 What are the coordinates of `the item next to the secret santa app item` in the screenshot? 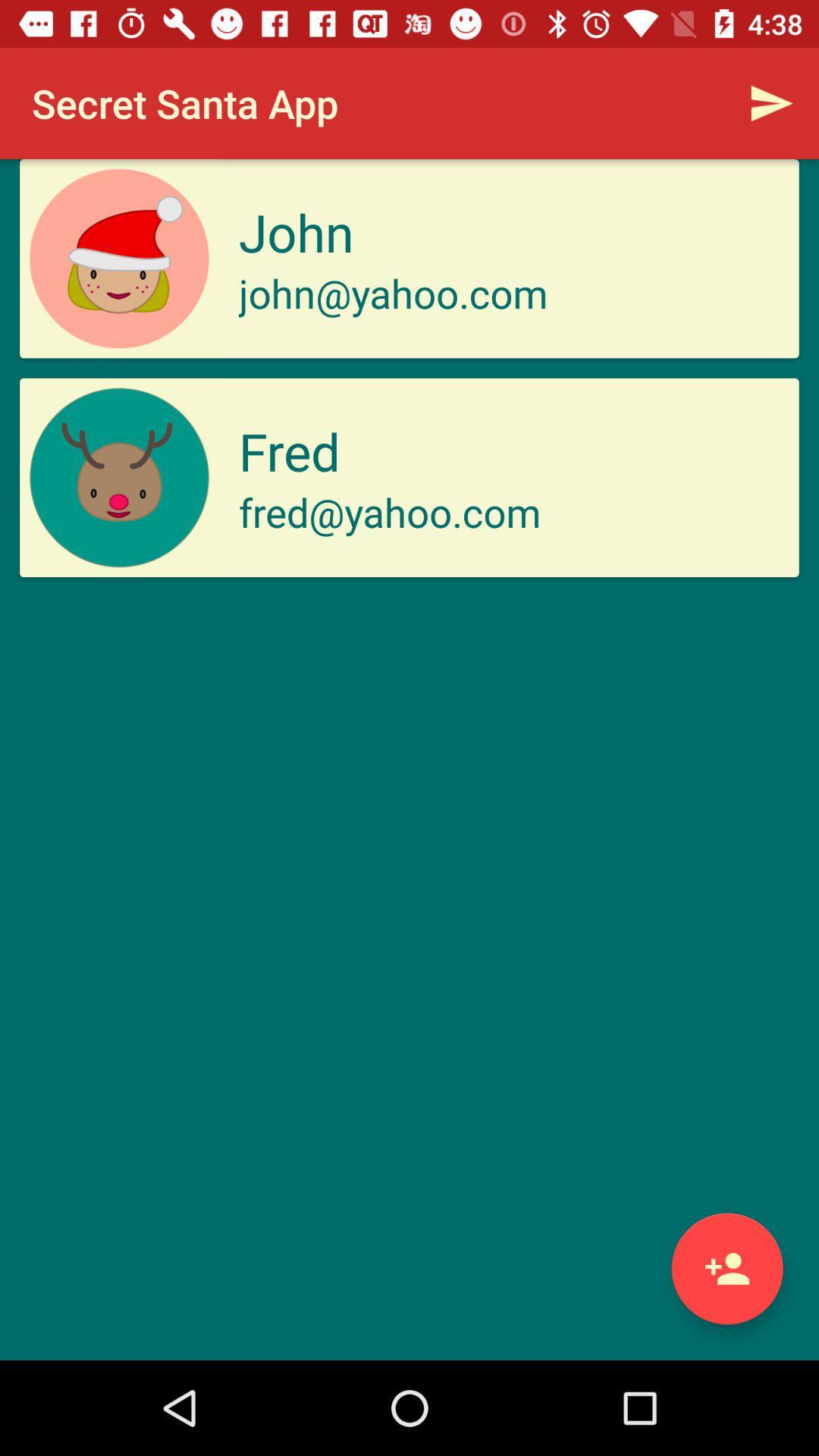 It's located at (771, 102).